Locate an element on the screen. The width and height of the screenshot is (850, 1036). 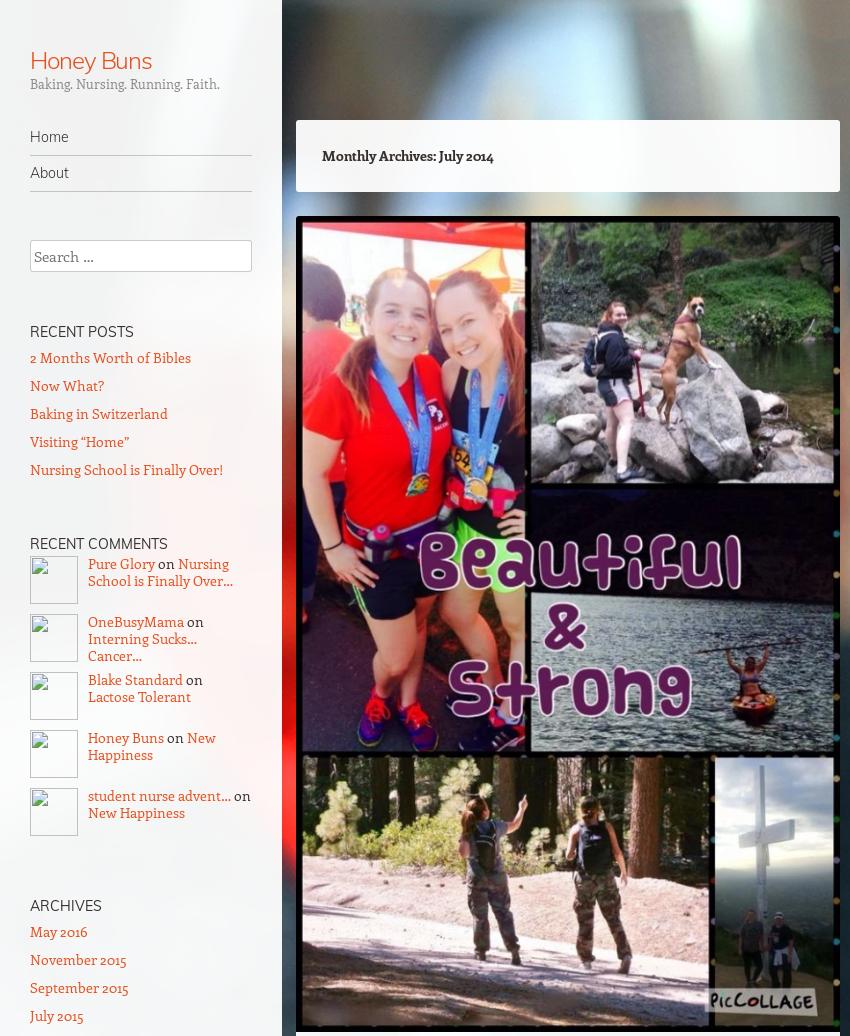
'About' is located at coordinates (49, 173).